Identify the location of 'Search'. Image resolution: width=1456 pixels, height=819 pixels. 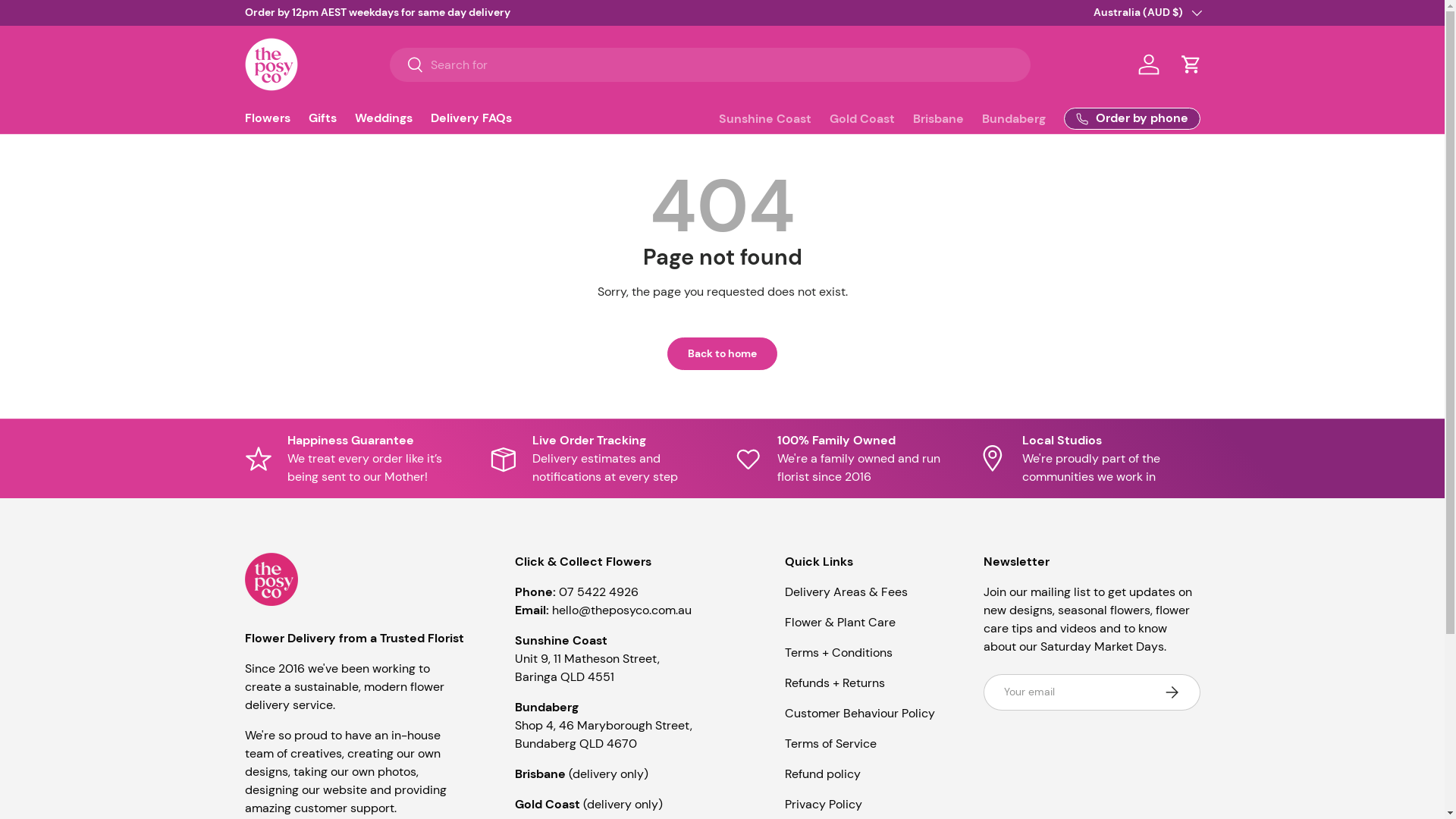
(406, 64).